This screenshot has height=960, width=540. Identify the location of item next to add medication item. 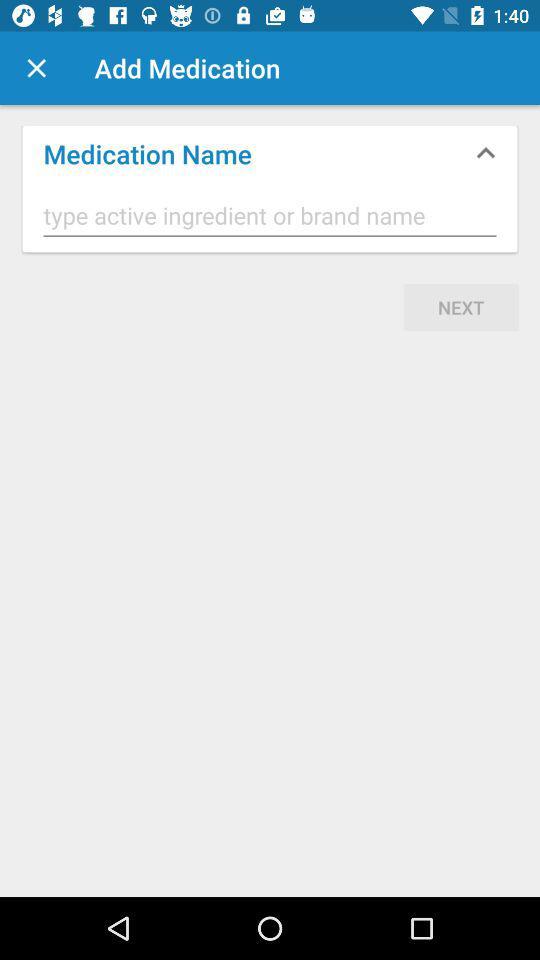
(36, 68).